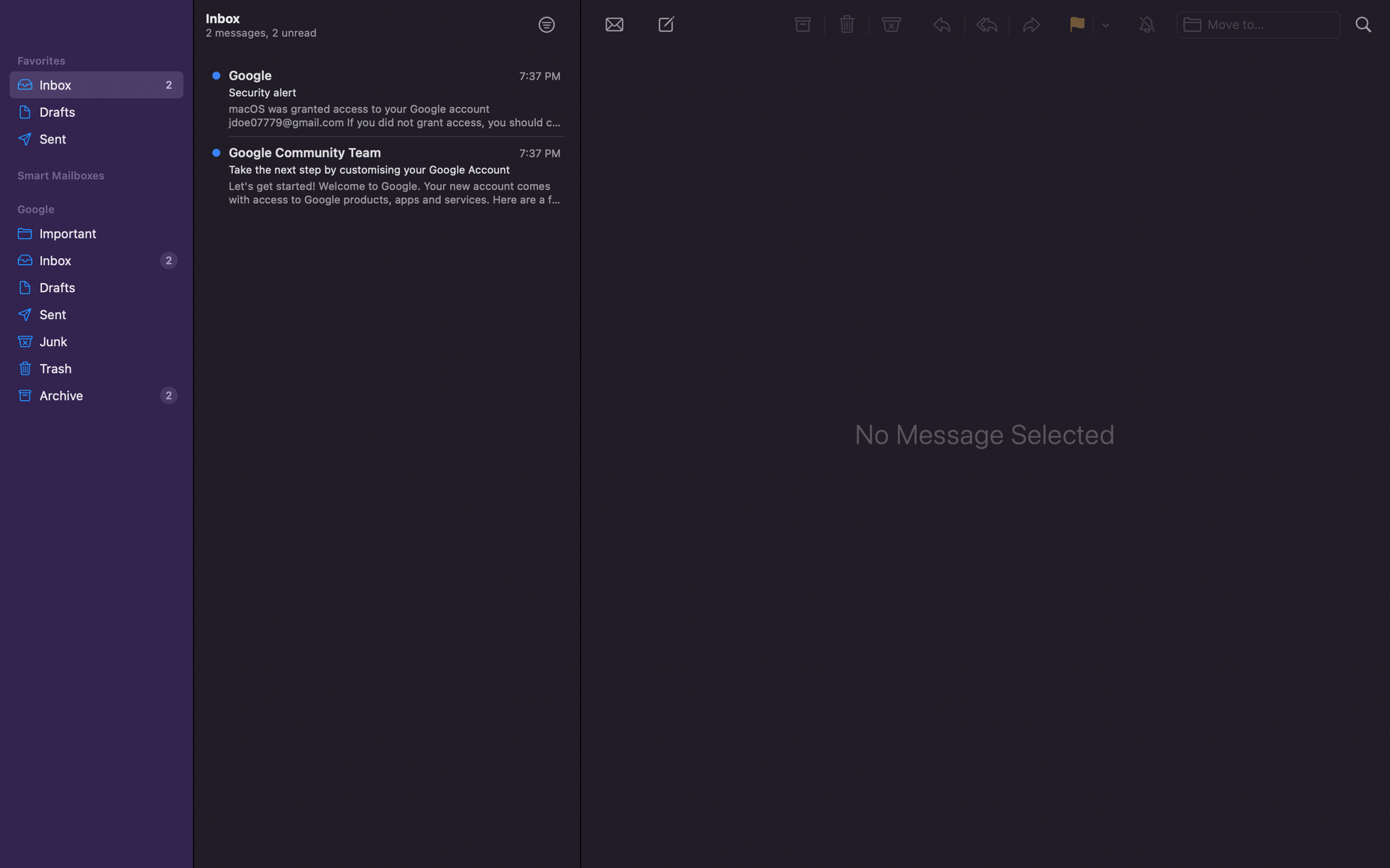 The image size is (1390, 868). I want to click on Delete the selected message, so click(848, 24).